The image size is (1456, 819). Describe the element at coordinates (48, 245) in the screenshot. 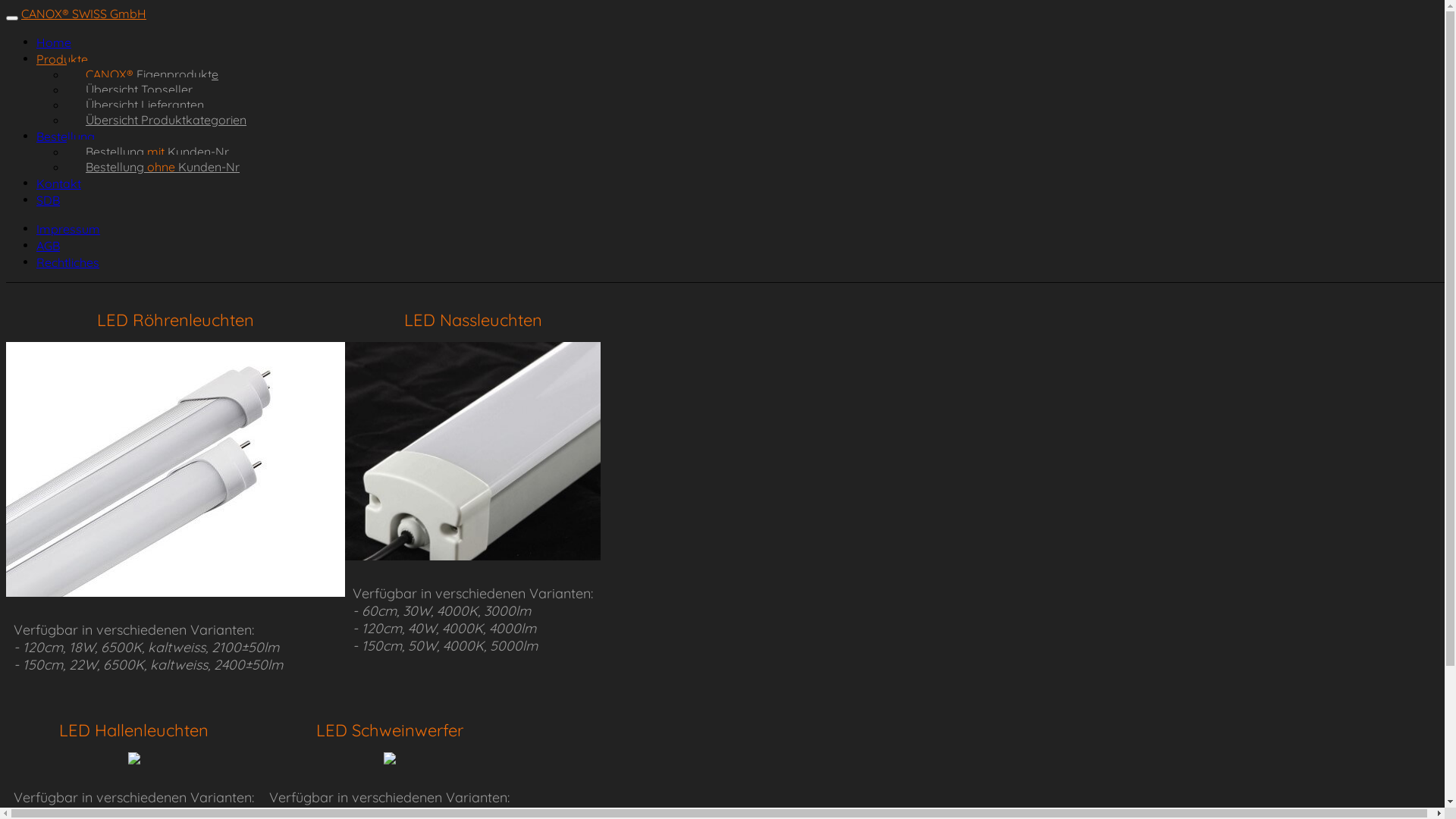

I see `'AGB'` at that location.